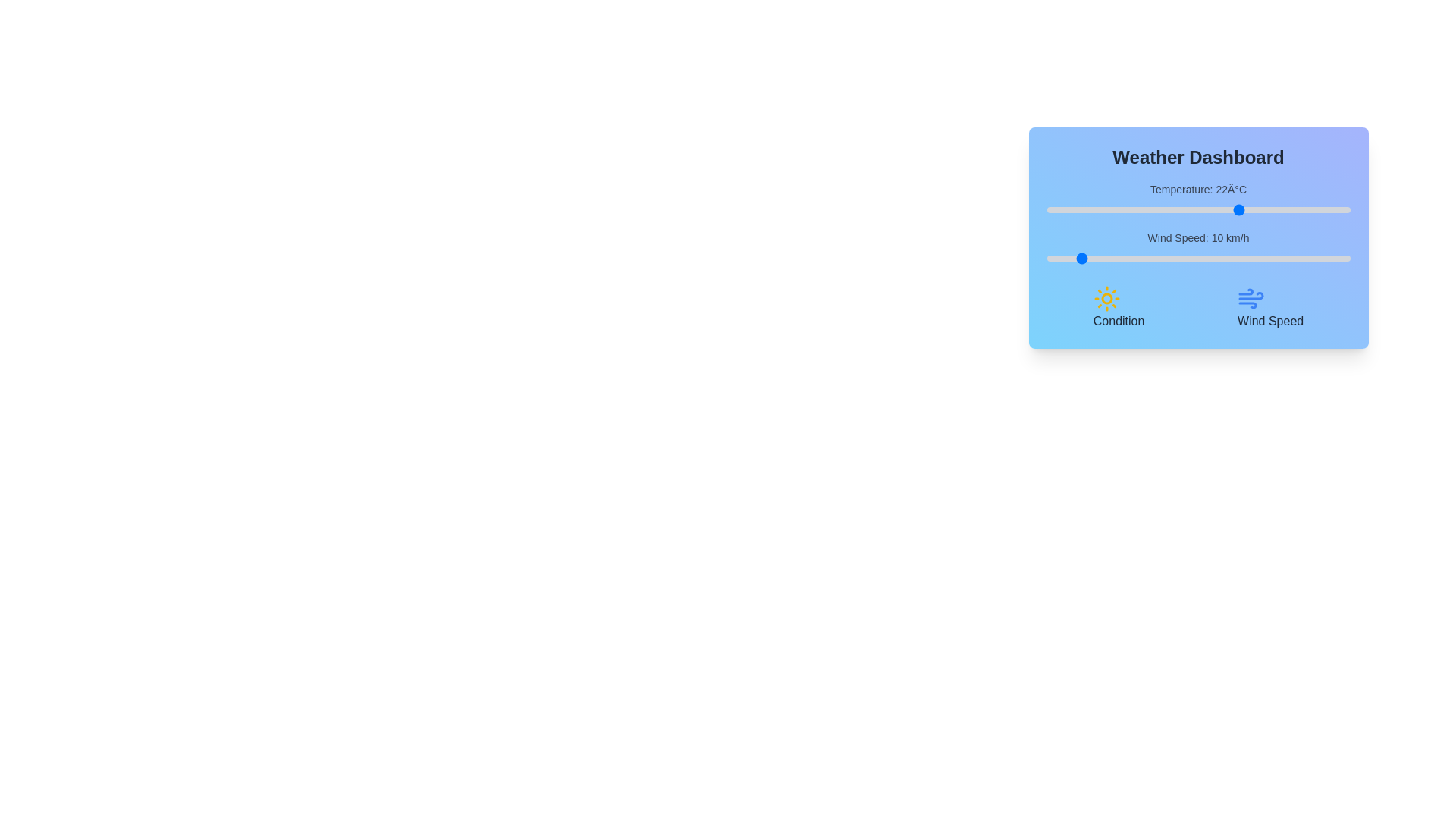 Image resolution: width=1456 pixels, height=819 pixels. Describe the element at coordinates (1338, 257) in the screenshot. I see `the wind speed slider to set the wind speed to 96 km/h` at that location.